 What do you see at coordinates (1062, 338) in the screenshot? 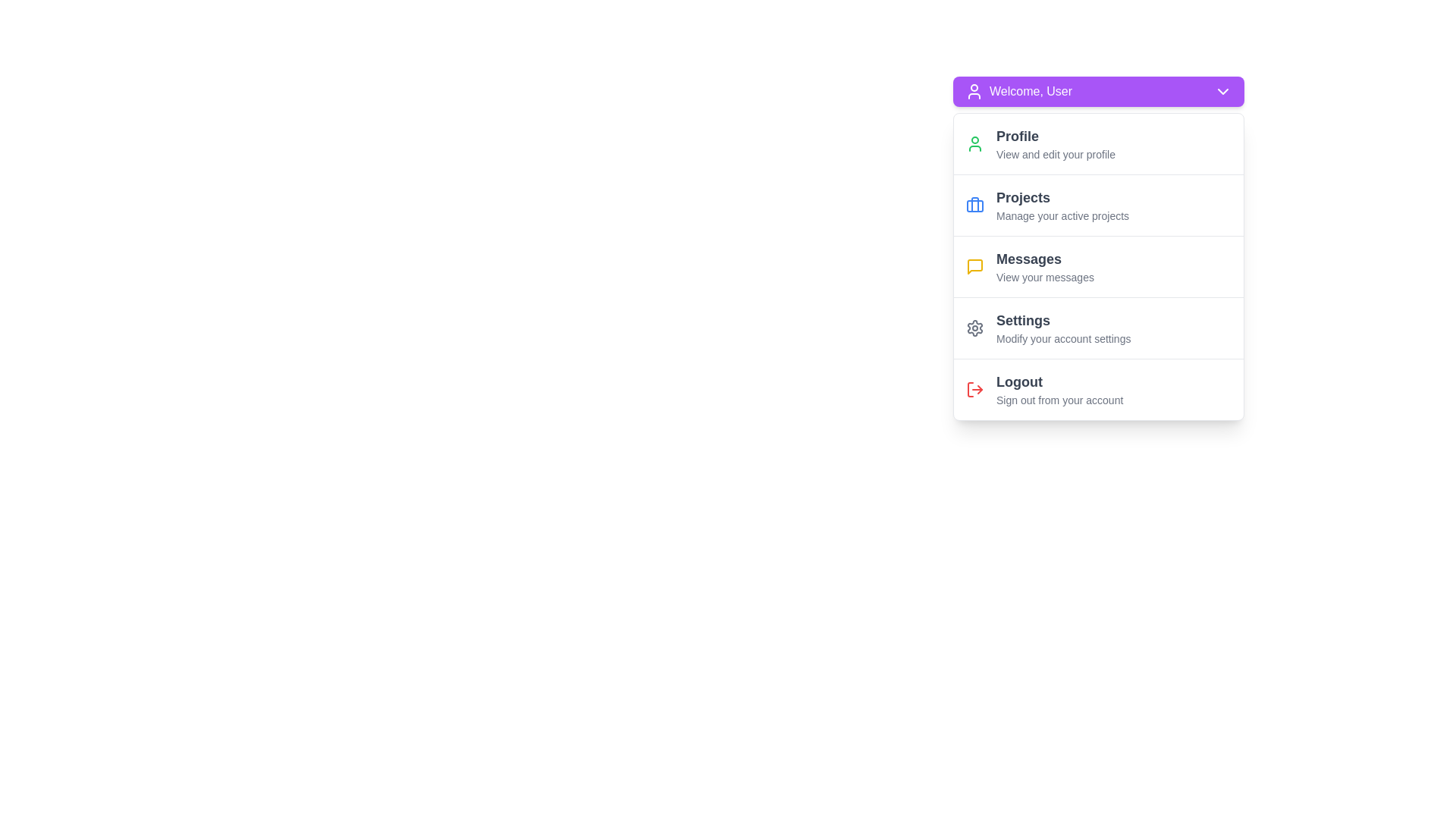
I see `the contextual information Text label located under the 'Settings' section in the vertical navigation menu, which describes the purpose of the 'Settings' menu item` at bounding box center [1062, 338].